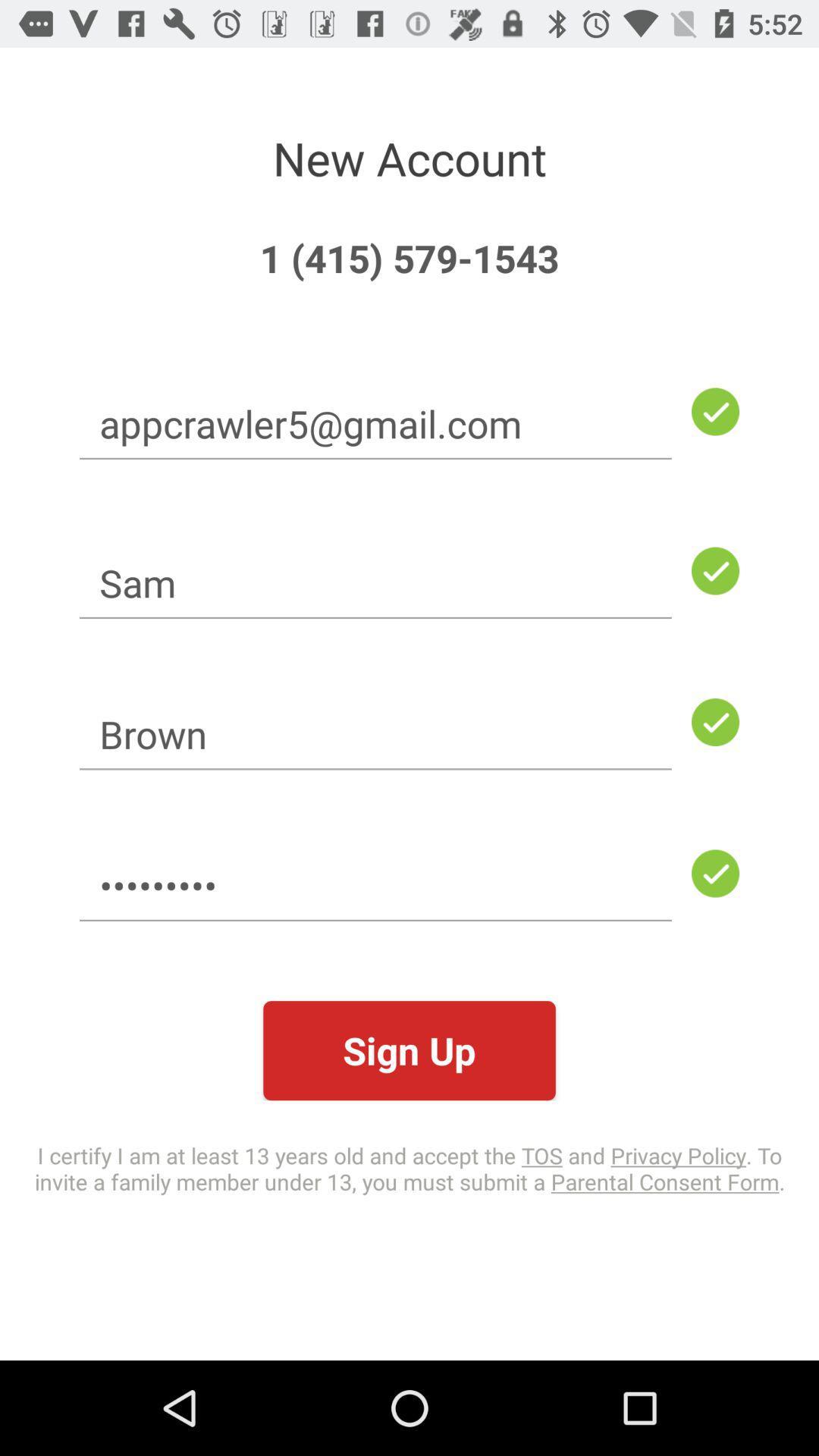  Describe the element at coordinates (375, 423) in the screenshot. I see `item above sam item` at that location.